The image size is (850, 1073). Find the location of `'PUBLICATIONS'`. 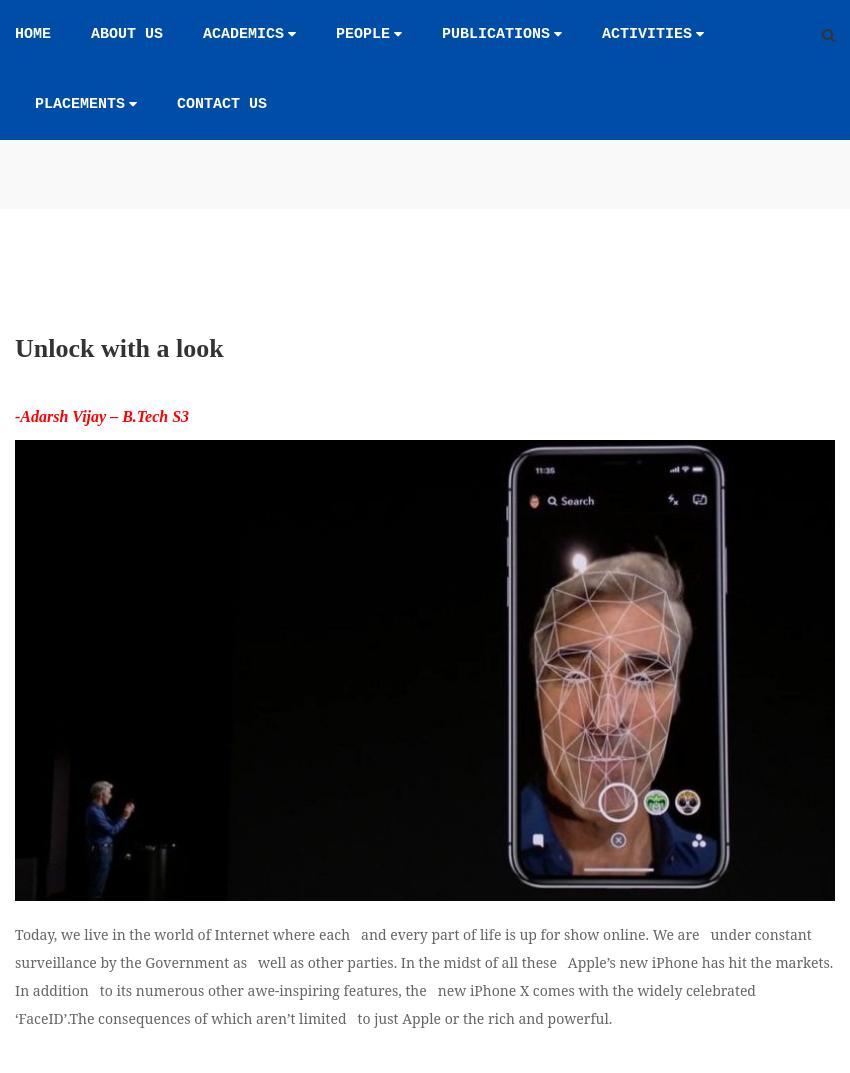

'PUBLICATIONS' is located at coordinates (495, 33).